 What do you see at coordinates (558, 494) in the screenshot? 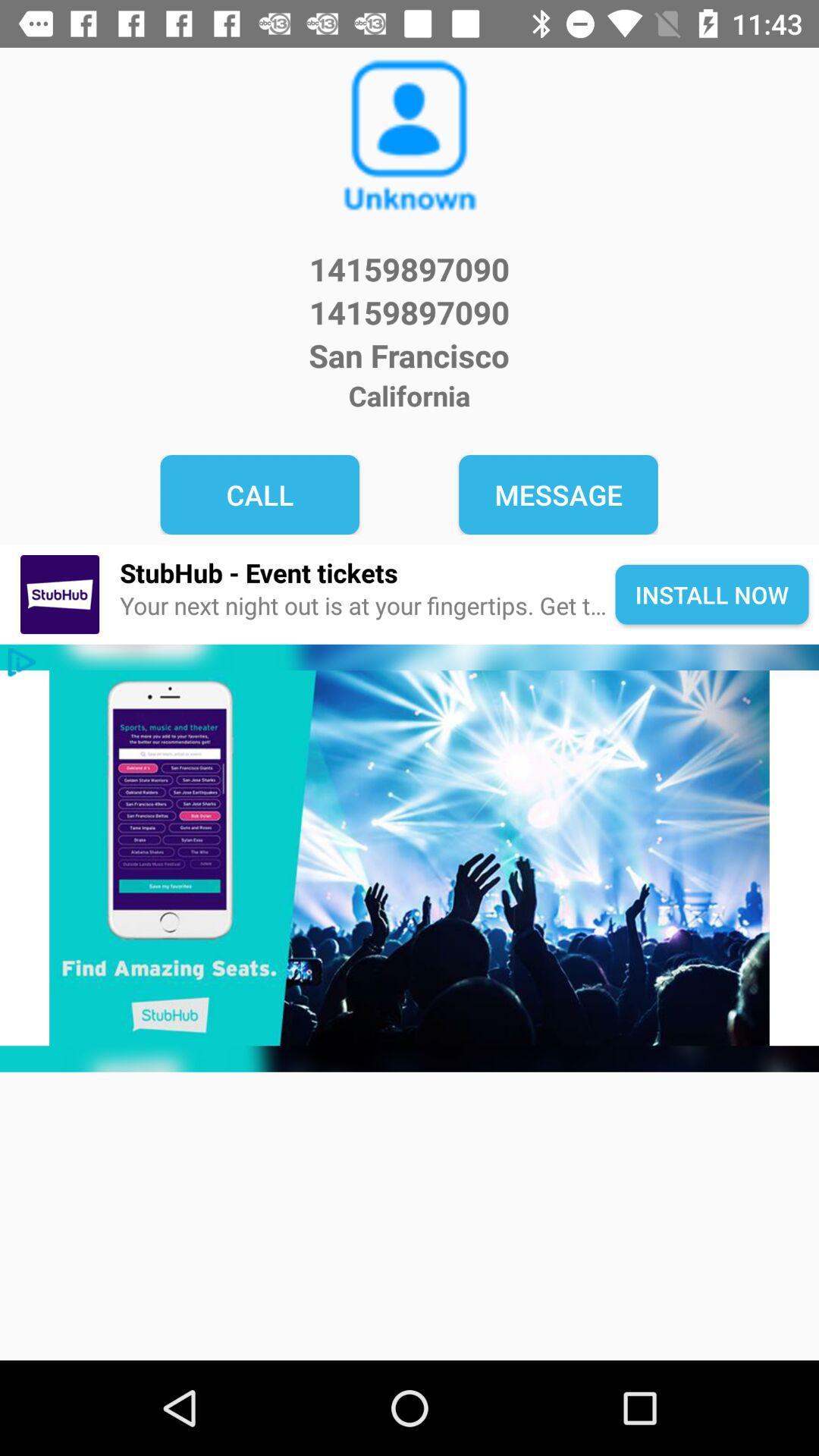
I see `item next to call icon` at bounding box center [558, 494].